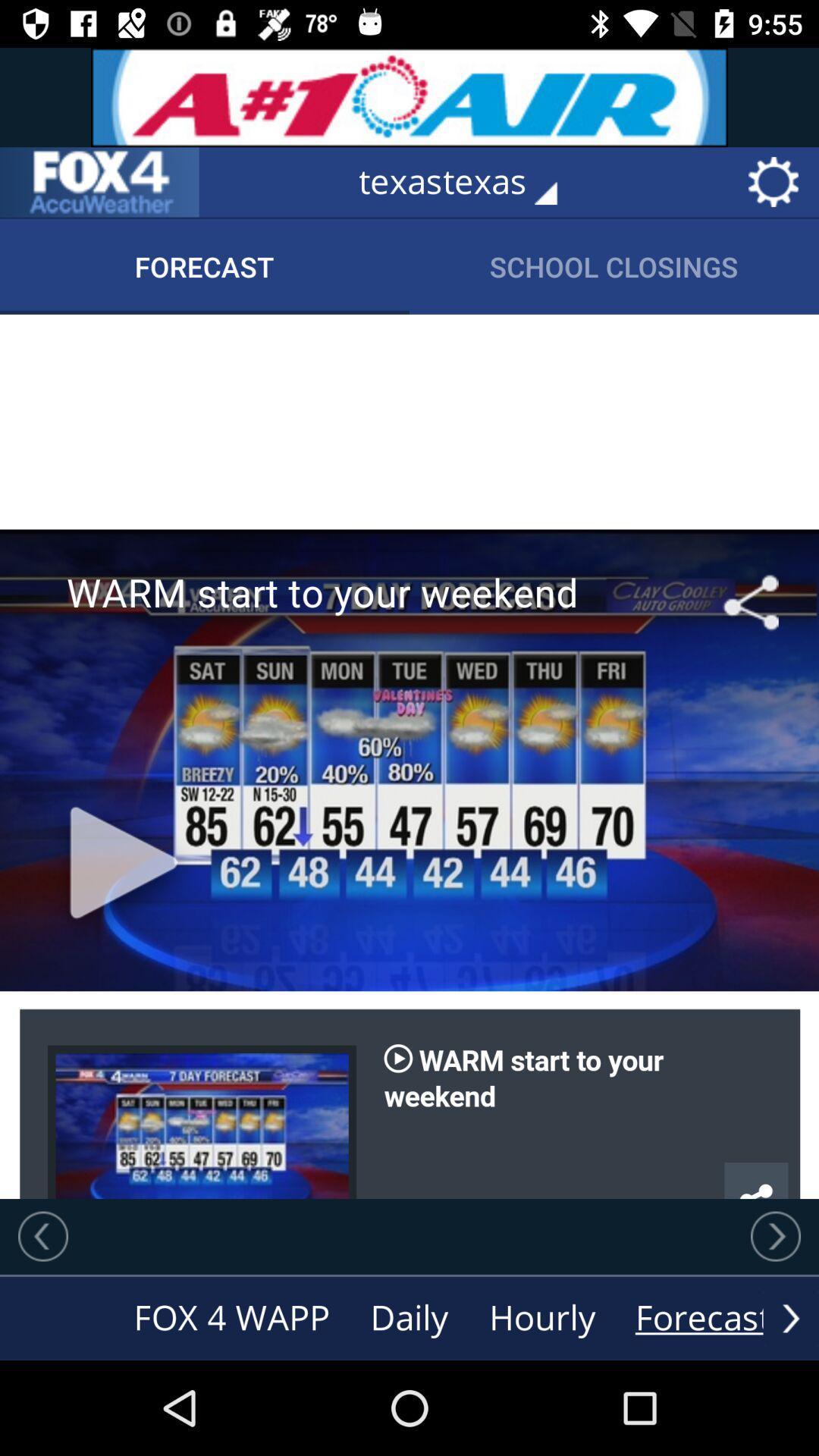  What do you see at coordinates (775, 1236) in the screenshot?
I see `go next page` at bounding box center [775, 1236].